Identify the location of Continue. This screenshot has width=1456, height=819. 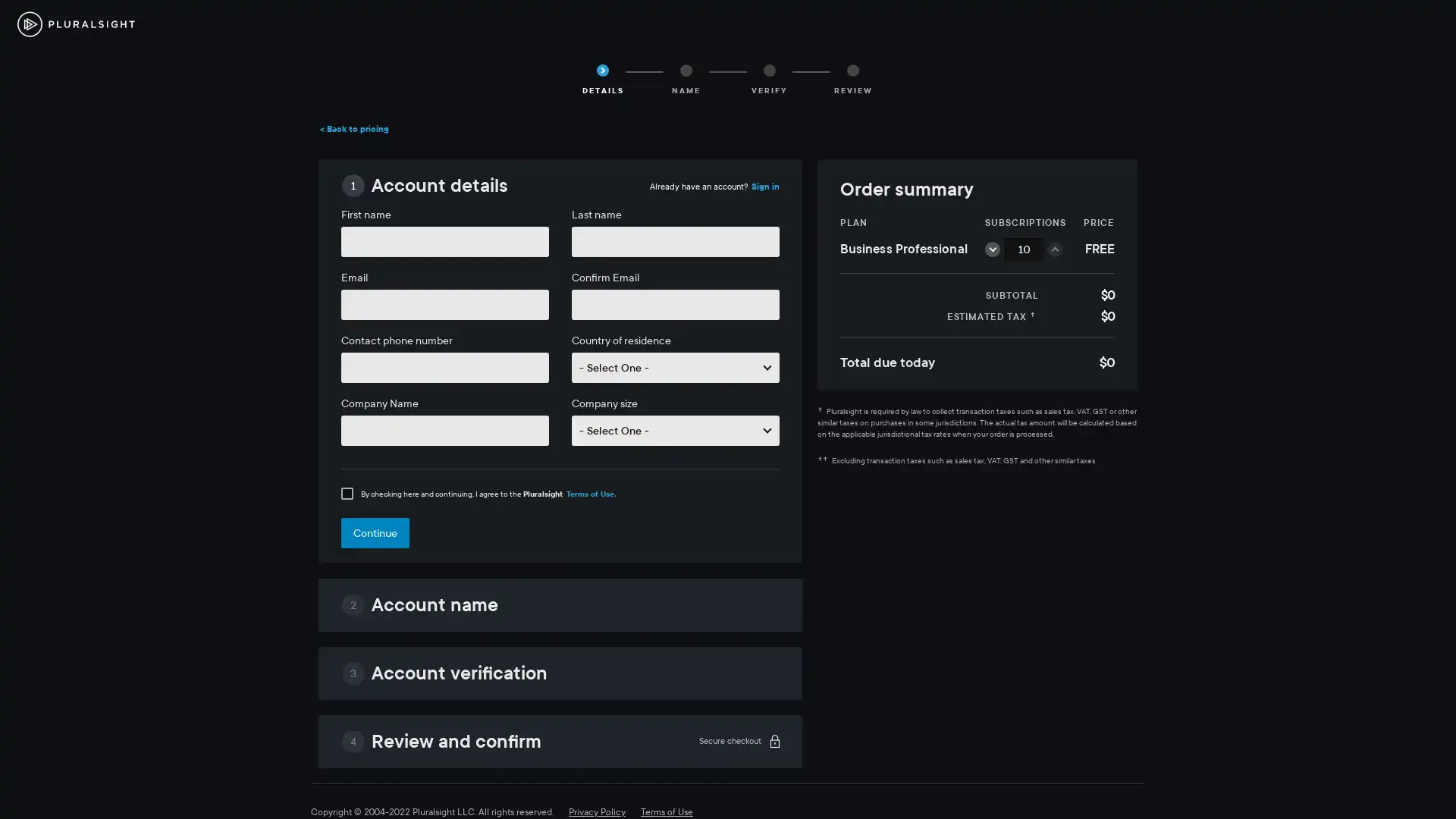
(375, 532).